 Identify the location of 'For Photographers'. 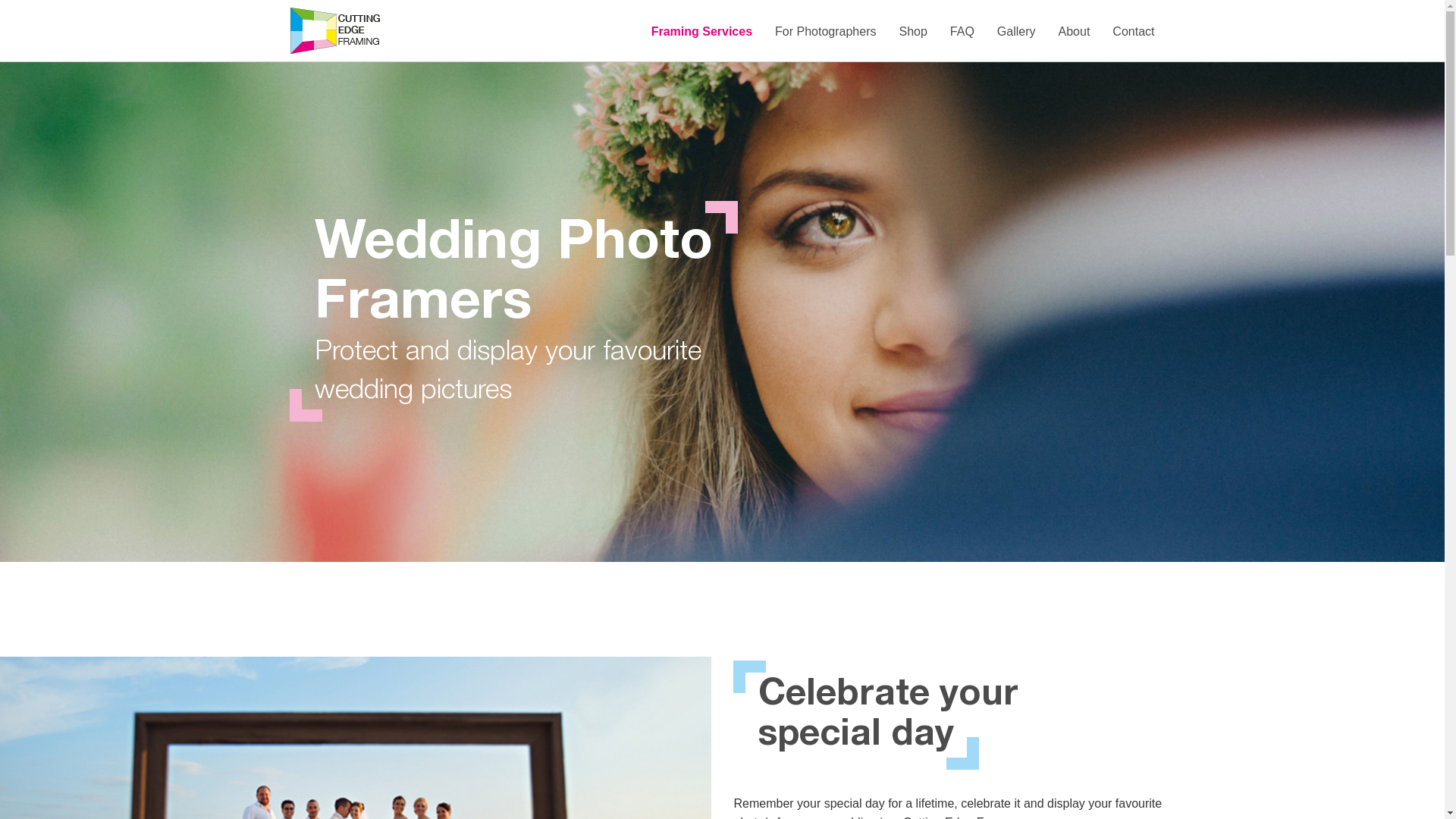
(824, 32).